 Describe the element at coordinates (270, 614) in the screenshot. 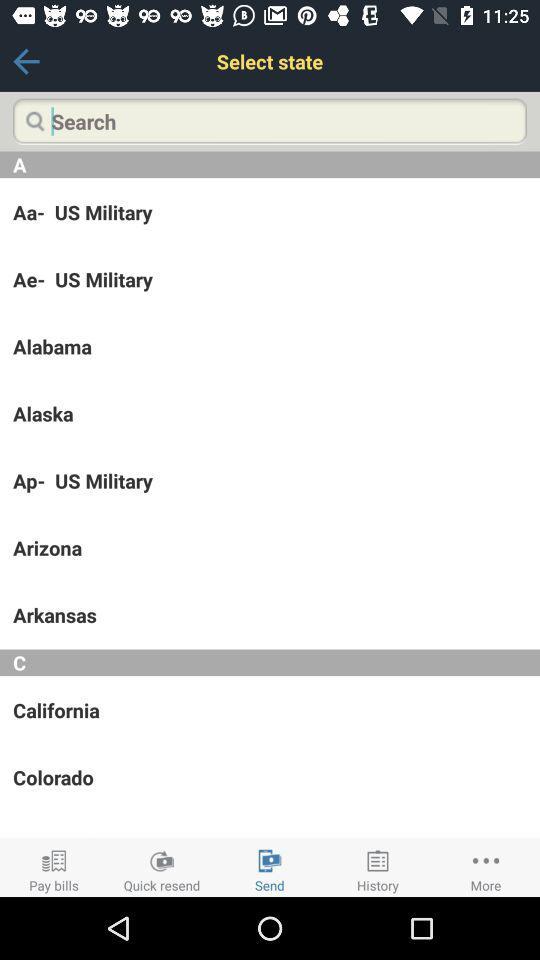

I see `arkansas app` at that location.